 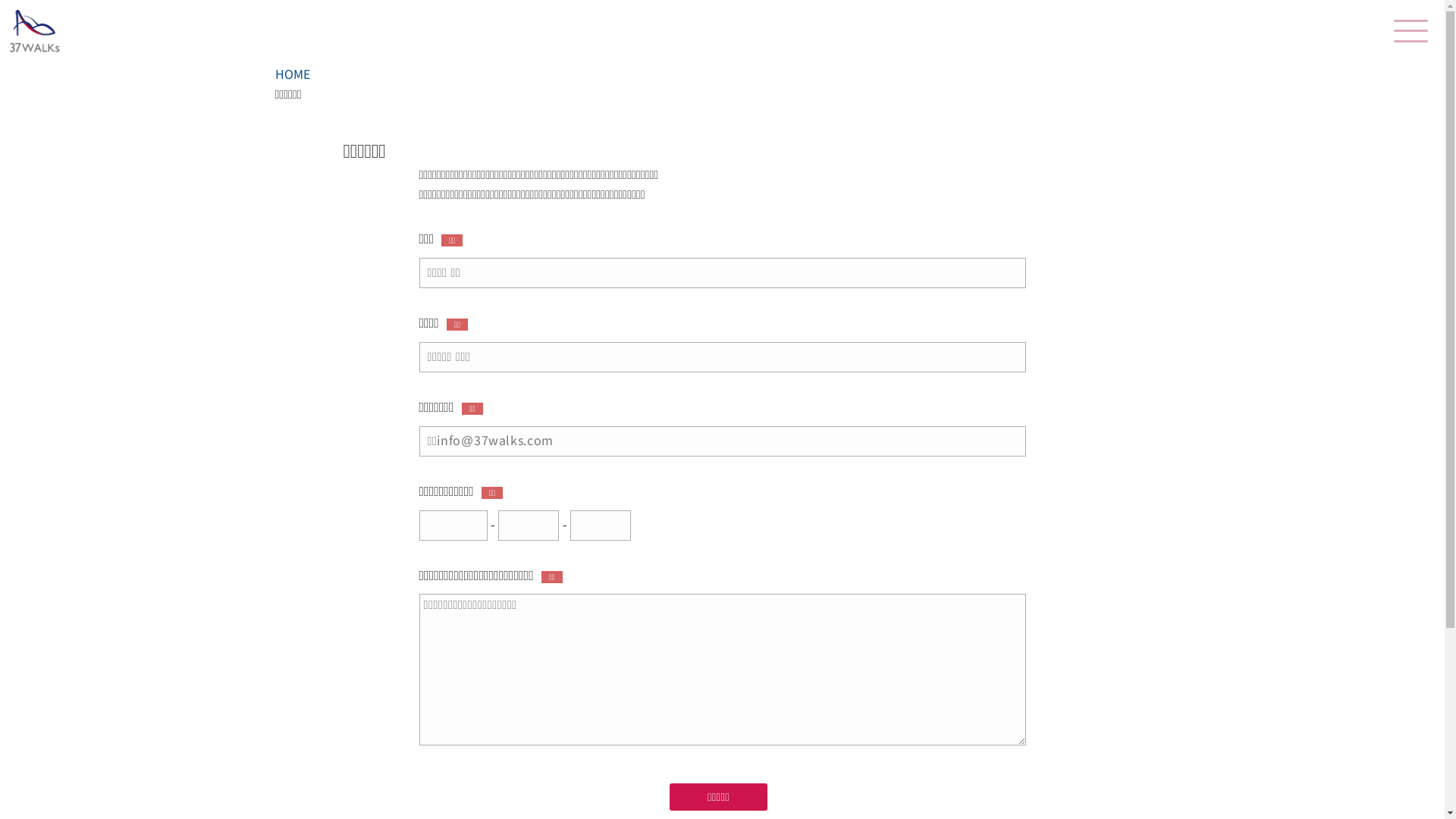 What do you see at coordinates (291, 74) in the screenshot?
I see `'HOME'` at bounding box center [291, 74].